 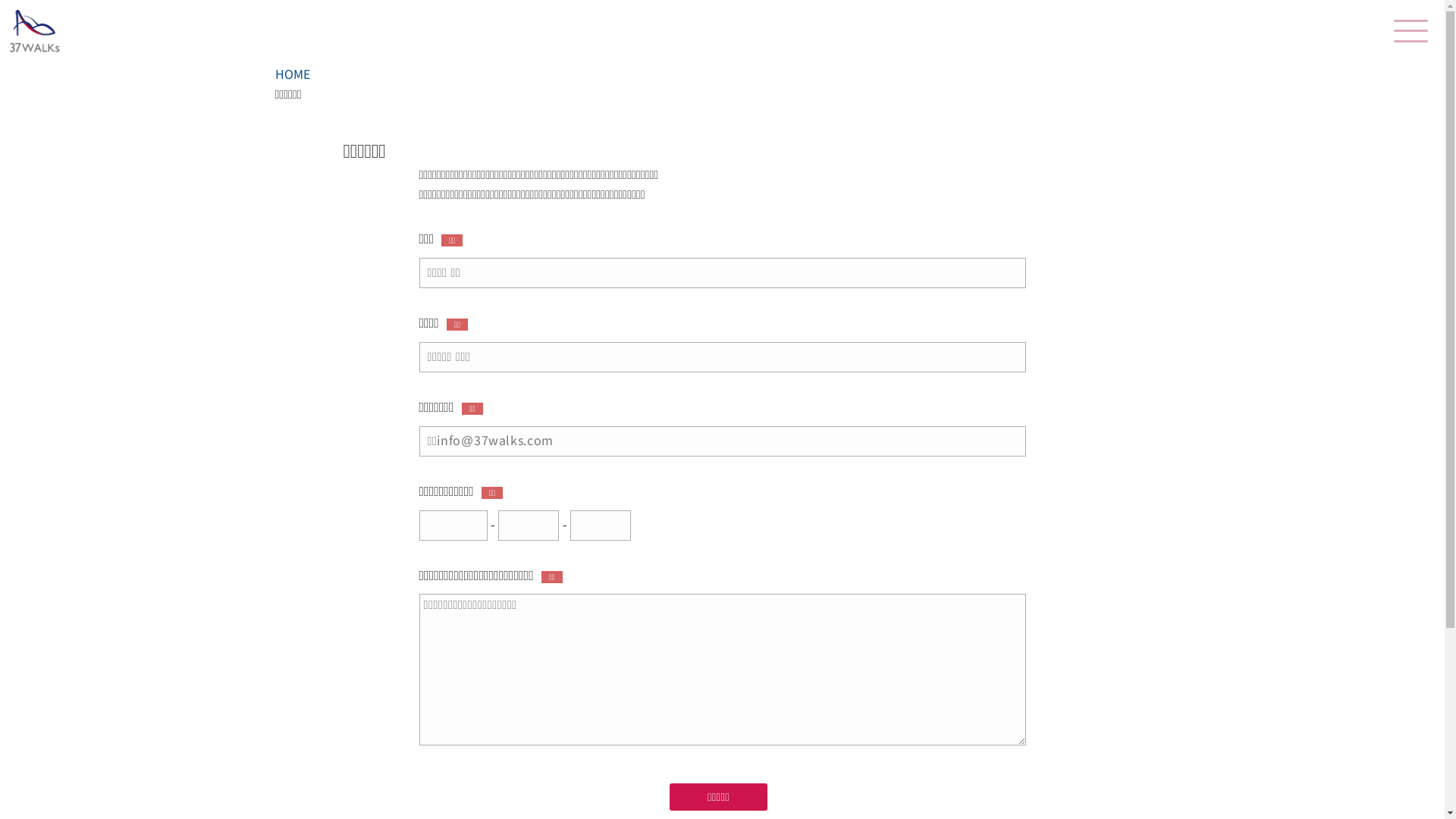 What do you see at coordinates (291, 74) in the screenshot?
I see `'HOME'` at bounding box center [291, 74].